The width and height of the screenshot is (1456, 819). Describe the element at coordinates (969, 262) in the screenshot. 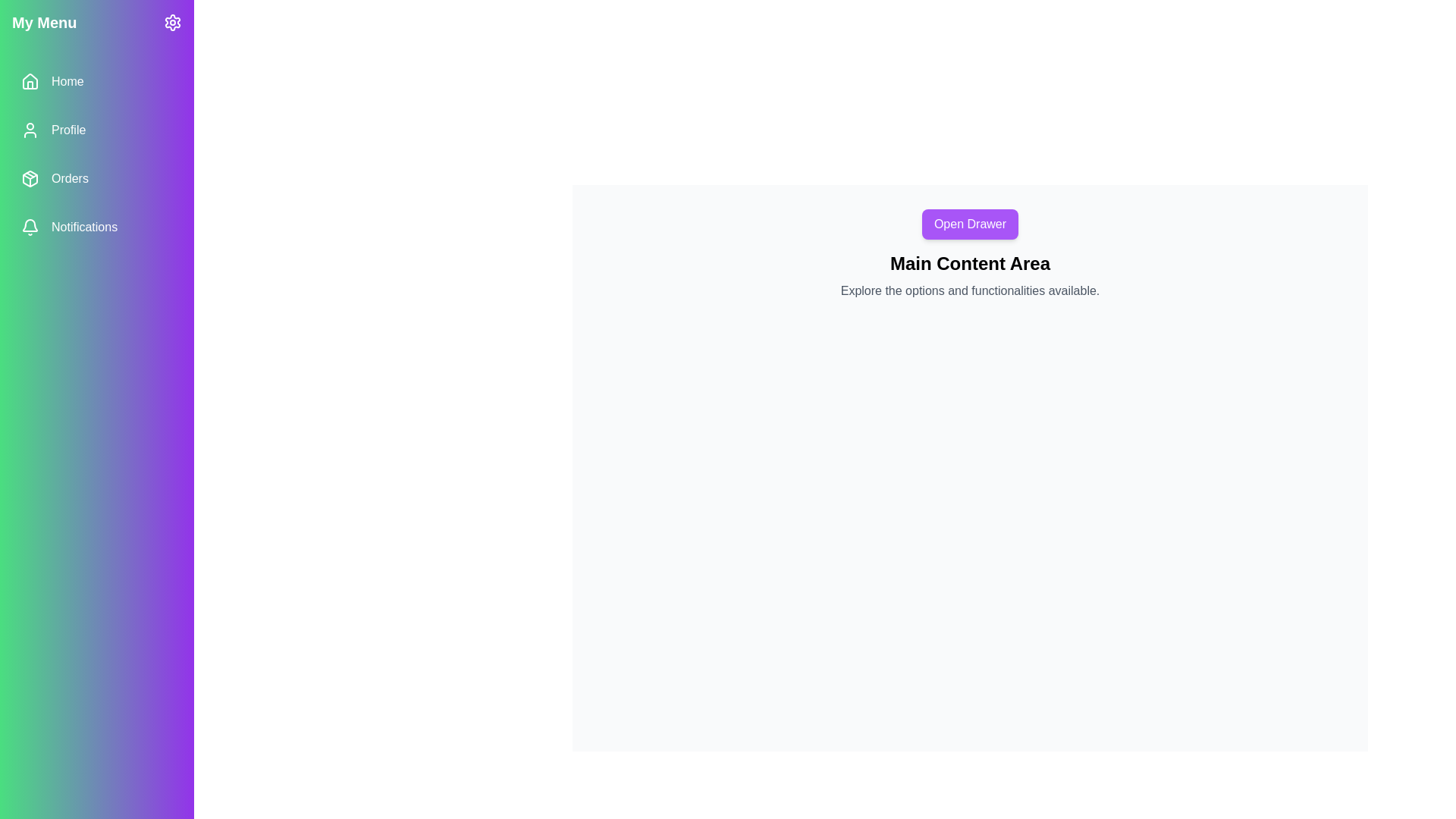

I see `the text 'Main Content Area' to highlight it` at that location.